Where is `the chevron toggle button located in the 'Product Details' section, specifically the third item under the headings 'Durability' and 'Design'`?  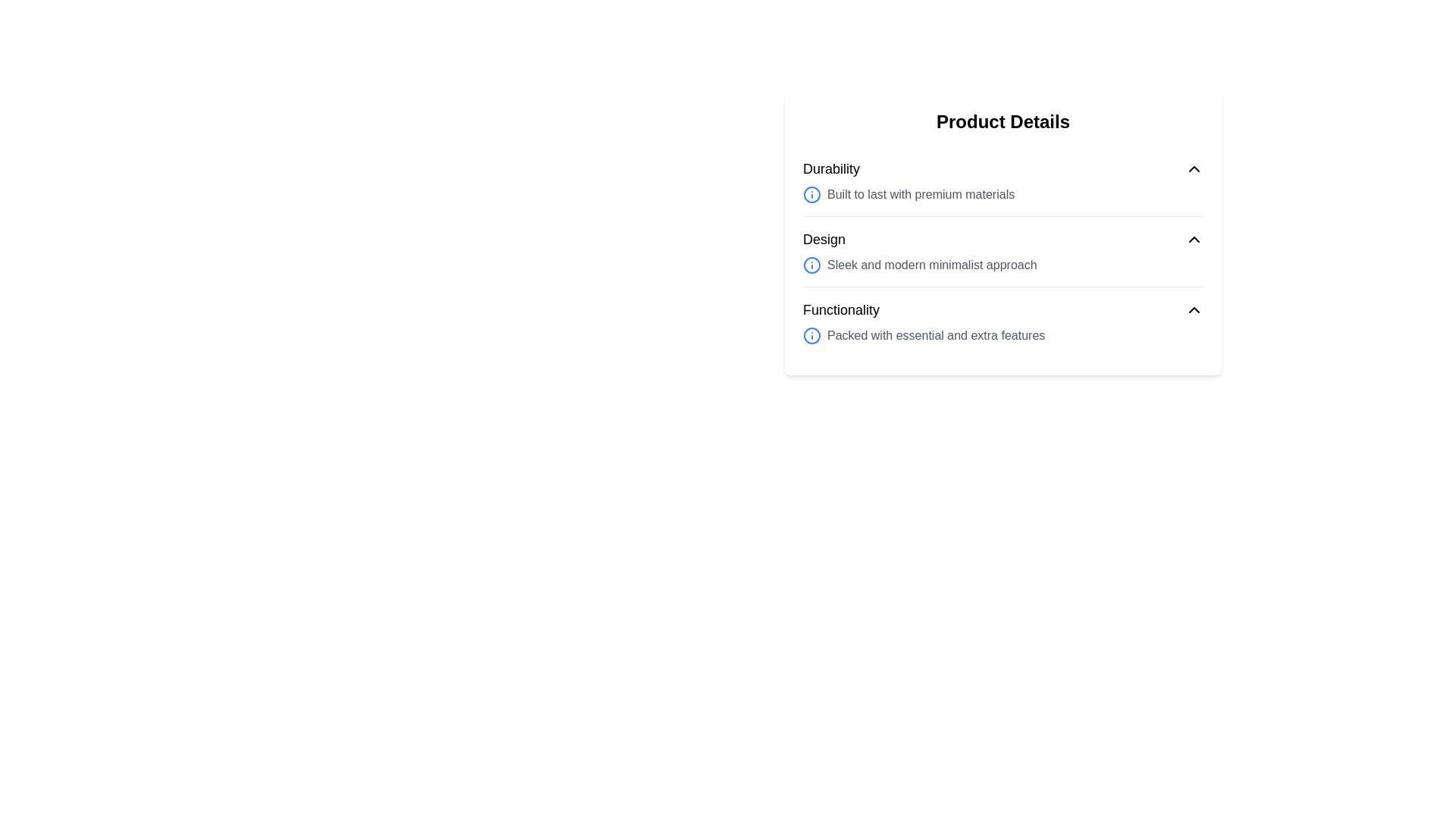
the chevron toggle button located in the 'Product Details' section, specifically the third item under the headings 'Durability' and 'Design' is located at coordinates (1003, 309).